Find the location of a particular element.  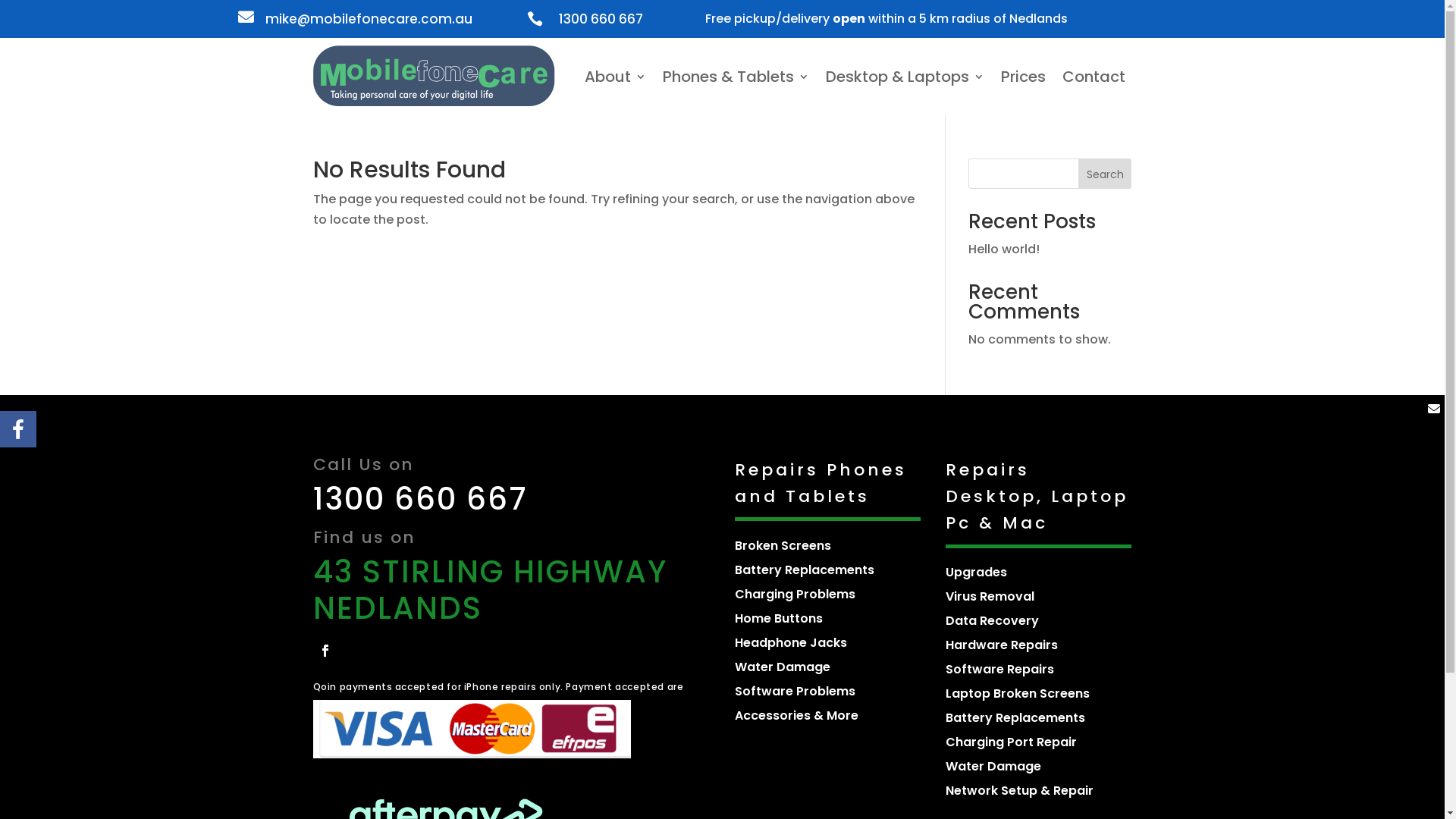

'Software Problems' is located at coordinates (794, 691).